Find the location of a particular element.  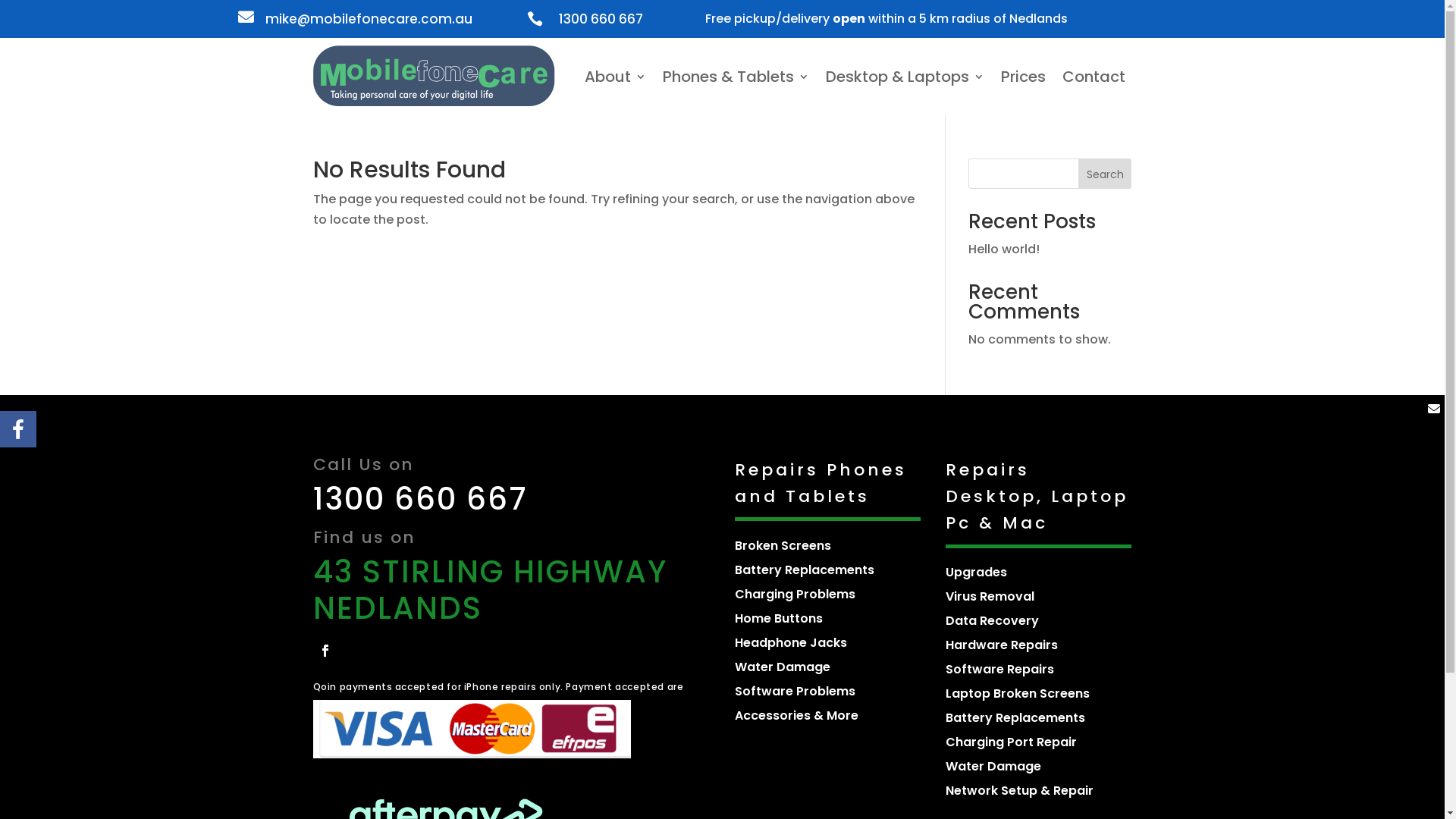

'Software Problems' is located at coordinates (794, 691).